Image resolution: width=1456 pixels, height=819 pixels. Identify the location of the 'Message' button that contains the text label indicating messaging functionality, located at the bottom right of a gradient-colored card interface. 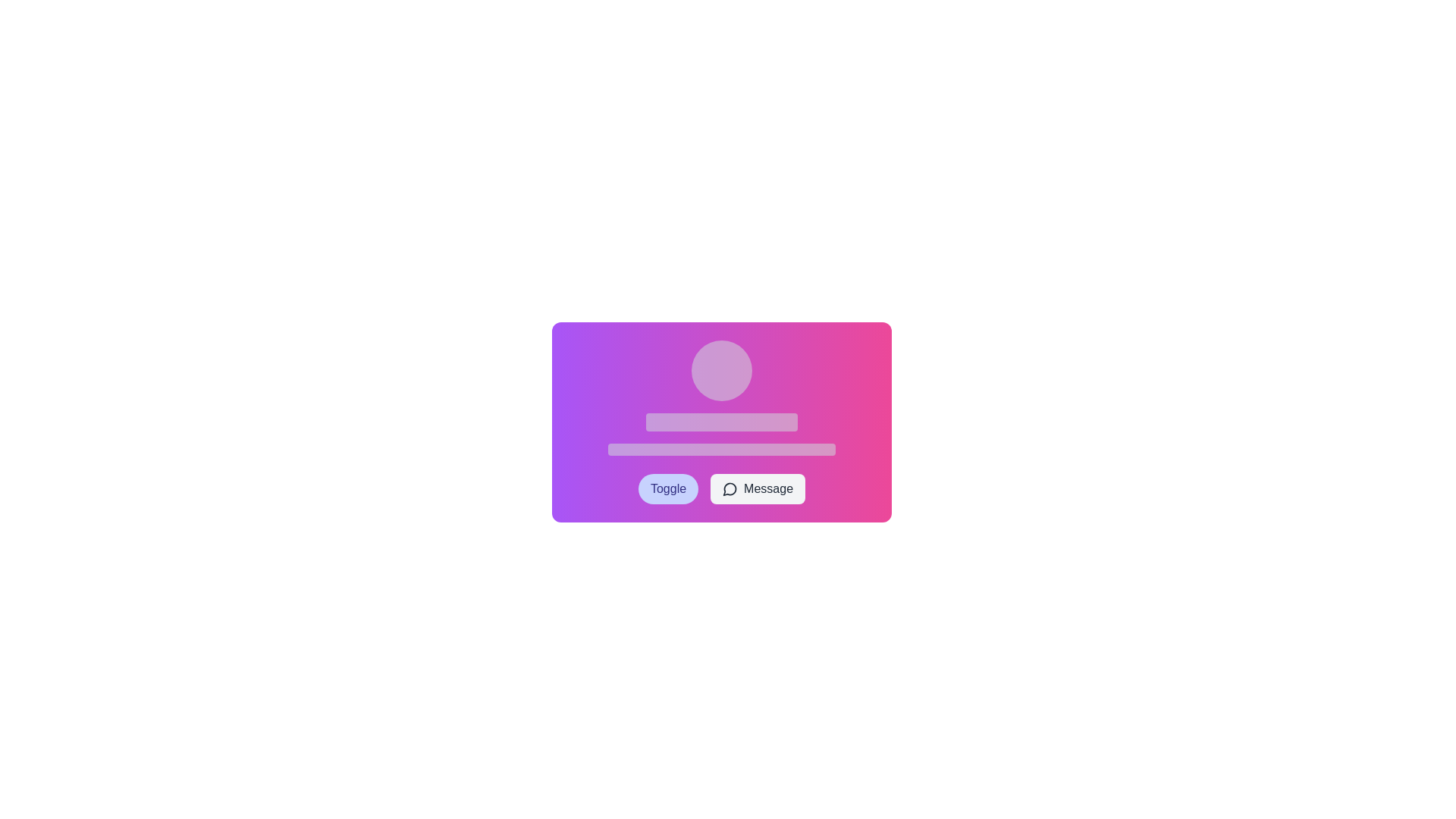
(768, 488).